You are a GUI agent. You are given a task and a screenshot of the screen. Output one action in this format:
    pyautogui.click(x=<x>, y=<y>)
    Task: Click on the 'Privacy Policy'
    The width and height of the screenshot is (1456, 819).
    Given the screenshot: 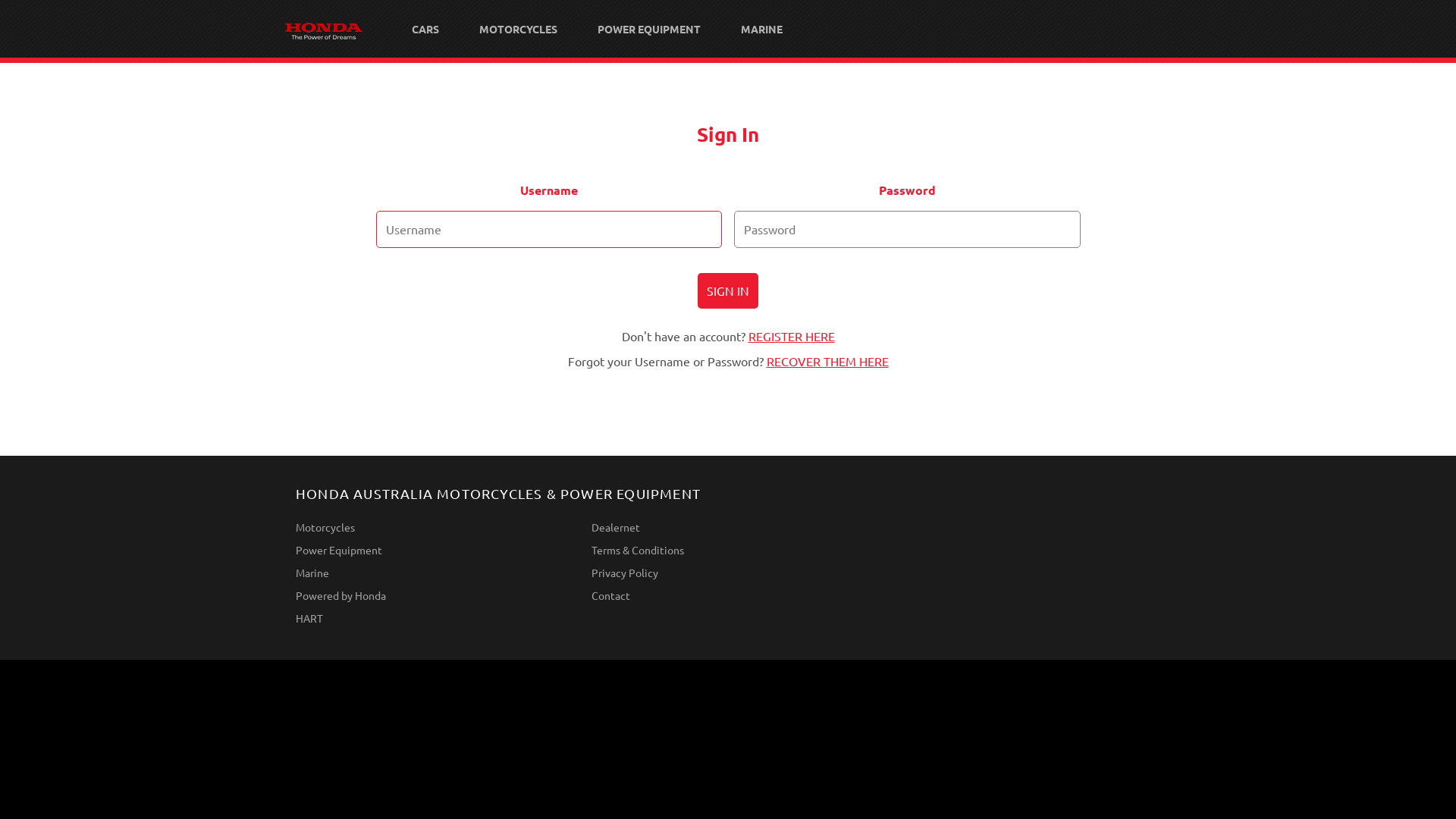 What is the action you would take?
    pyautogui.click(x=590, y=573)
    